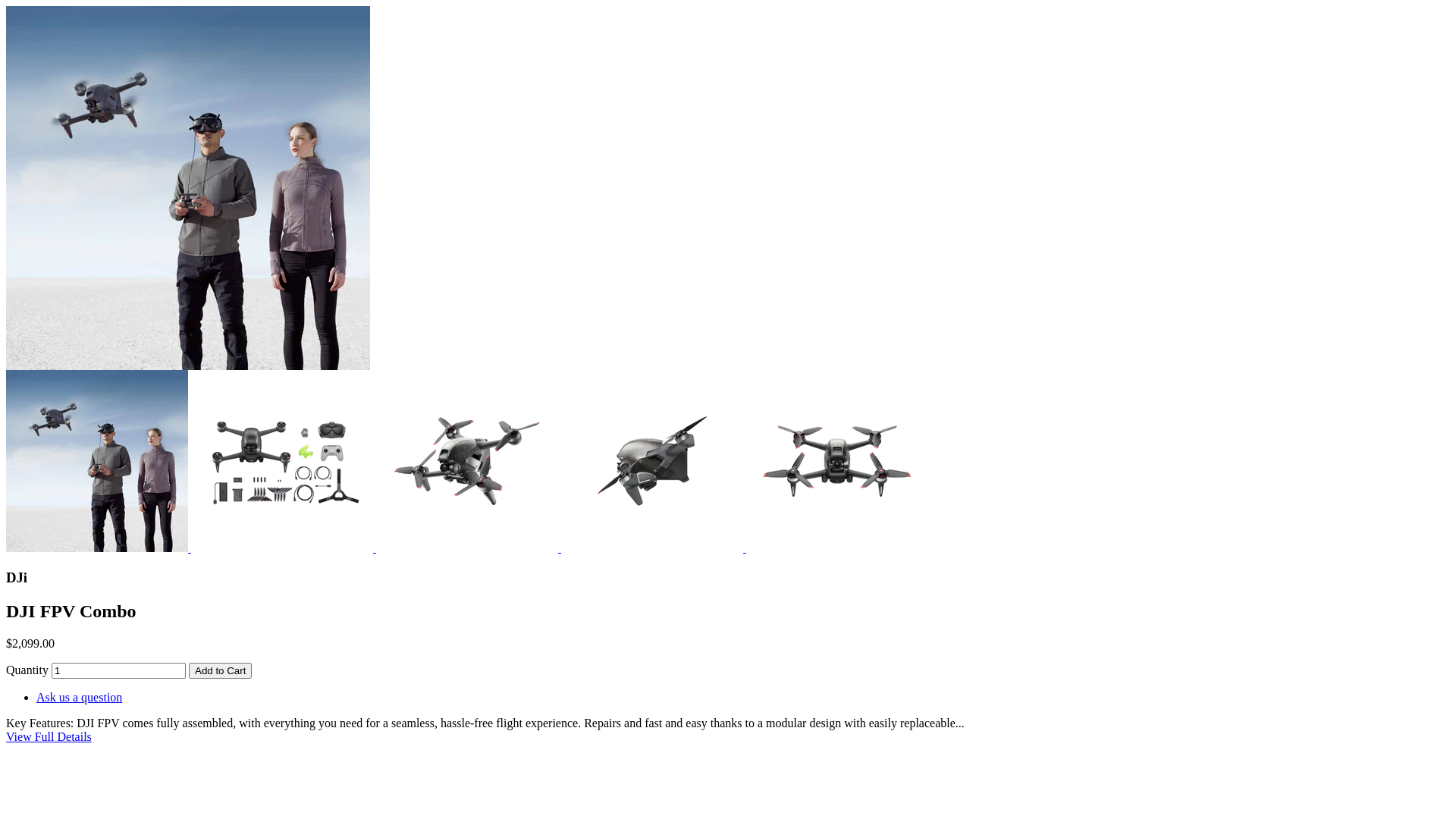 This screenshot has width=1456, height=819. I want to click on 'View Full Details', so click(49, 736).